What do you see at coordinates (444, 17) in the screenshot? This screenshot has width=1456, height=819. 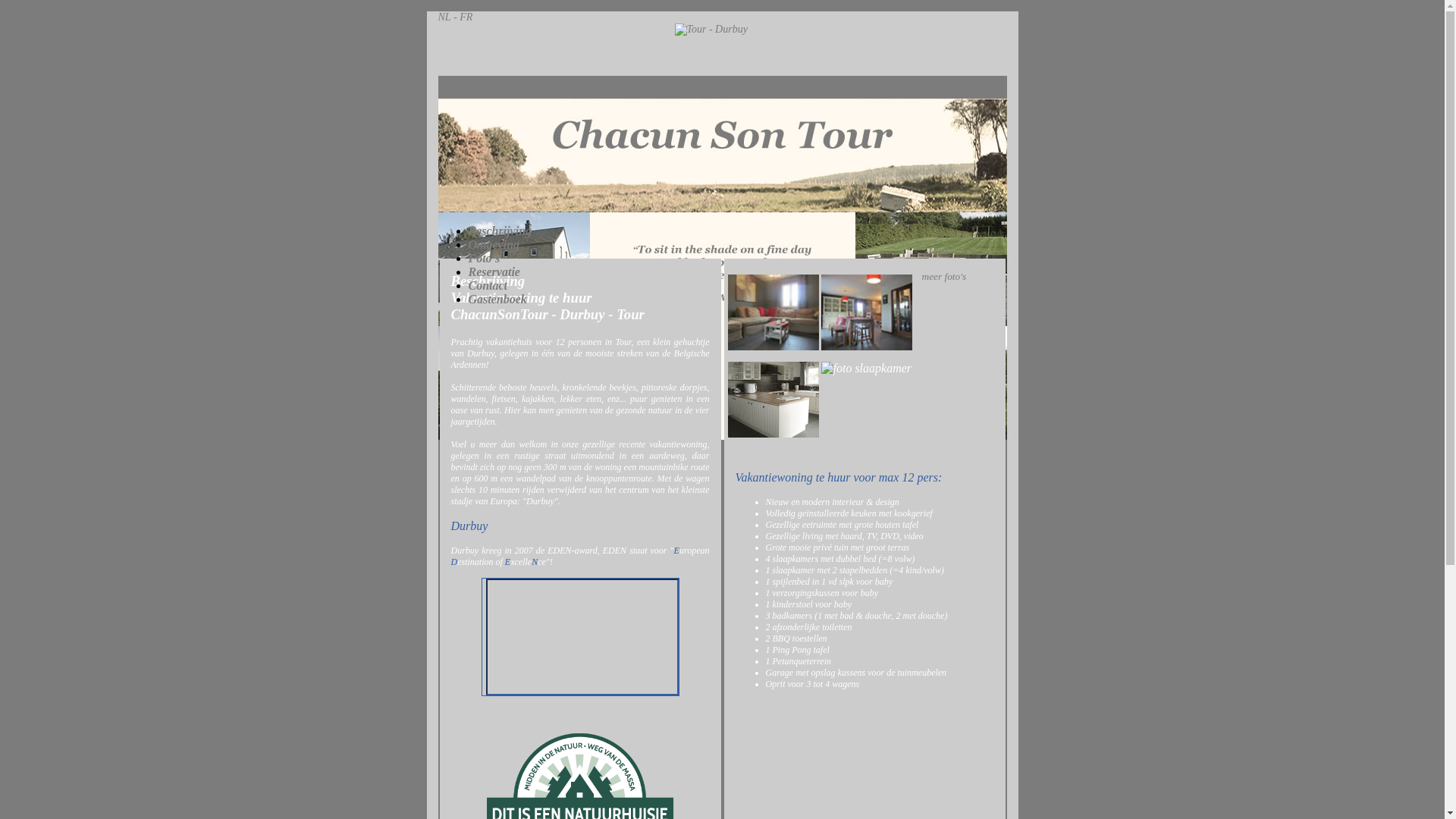 I see `'NL'` at bounding box center [444, 17].